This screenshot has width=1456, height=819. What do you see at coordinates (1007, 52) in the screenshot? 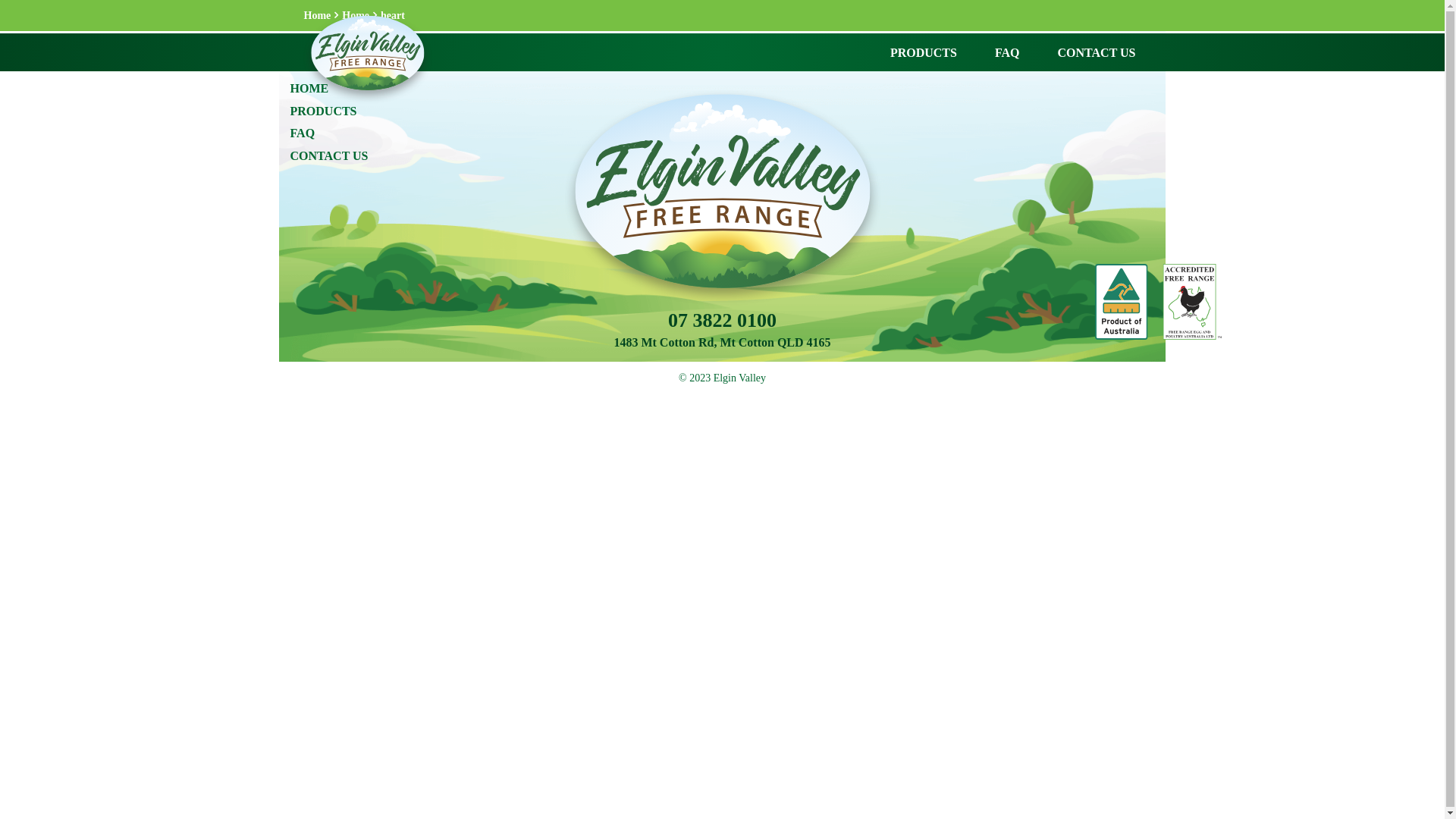
I see `'FAQ'` at bounding box center [1007, 52].